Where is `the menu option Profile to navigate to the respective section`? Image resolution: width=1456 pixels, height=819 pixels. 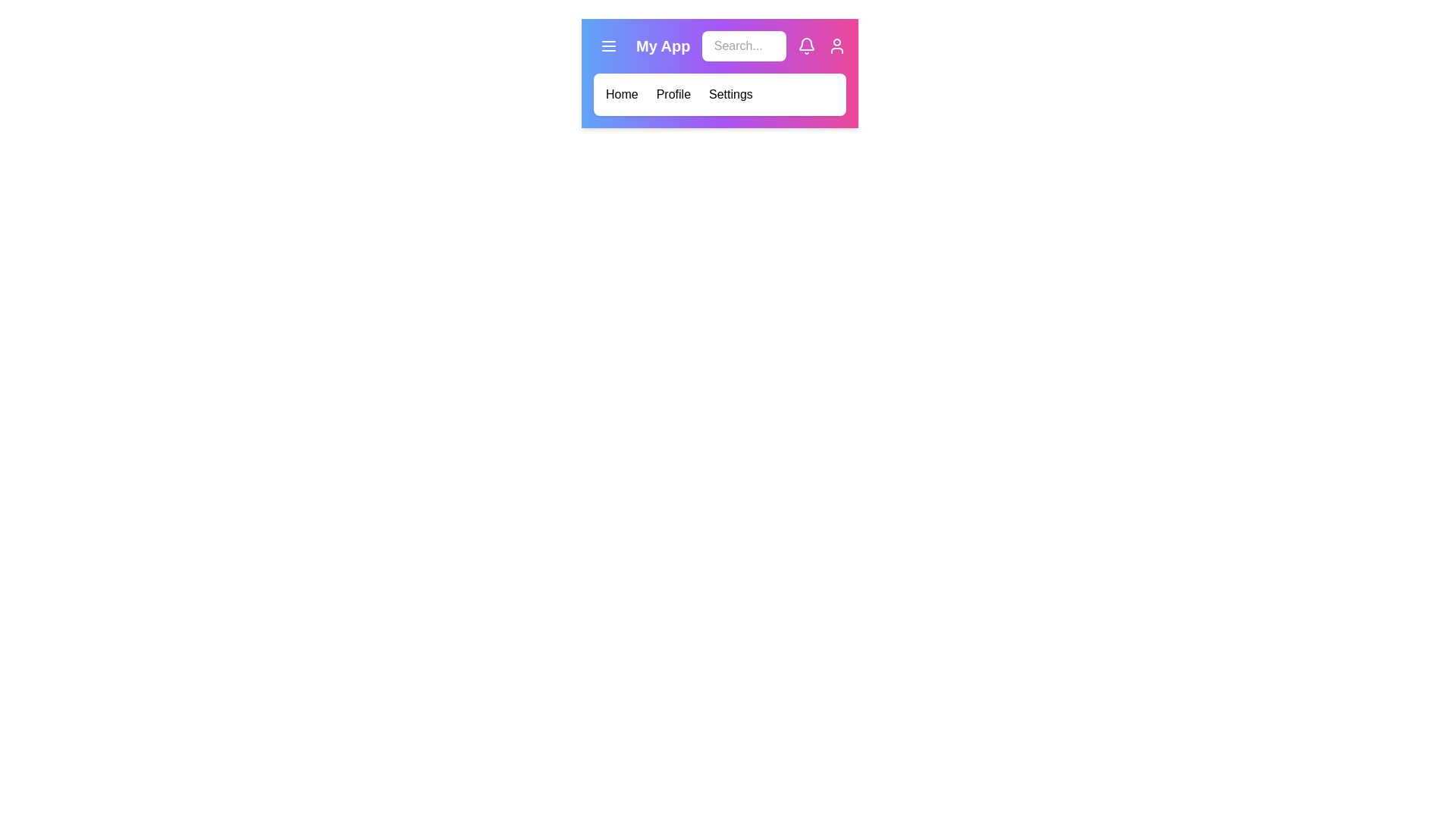
the menu option Profile to navigate to the respective section is located at coordinates (673, 94).